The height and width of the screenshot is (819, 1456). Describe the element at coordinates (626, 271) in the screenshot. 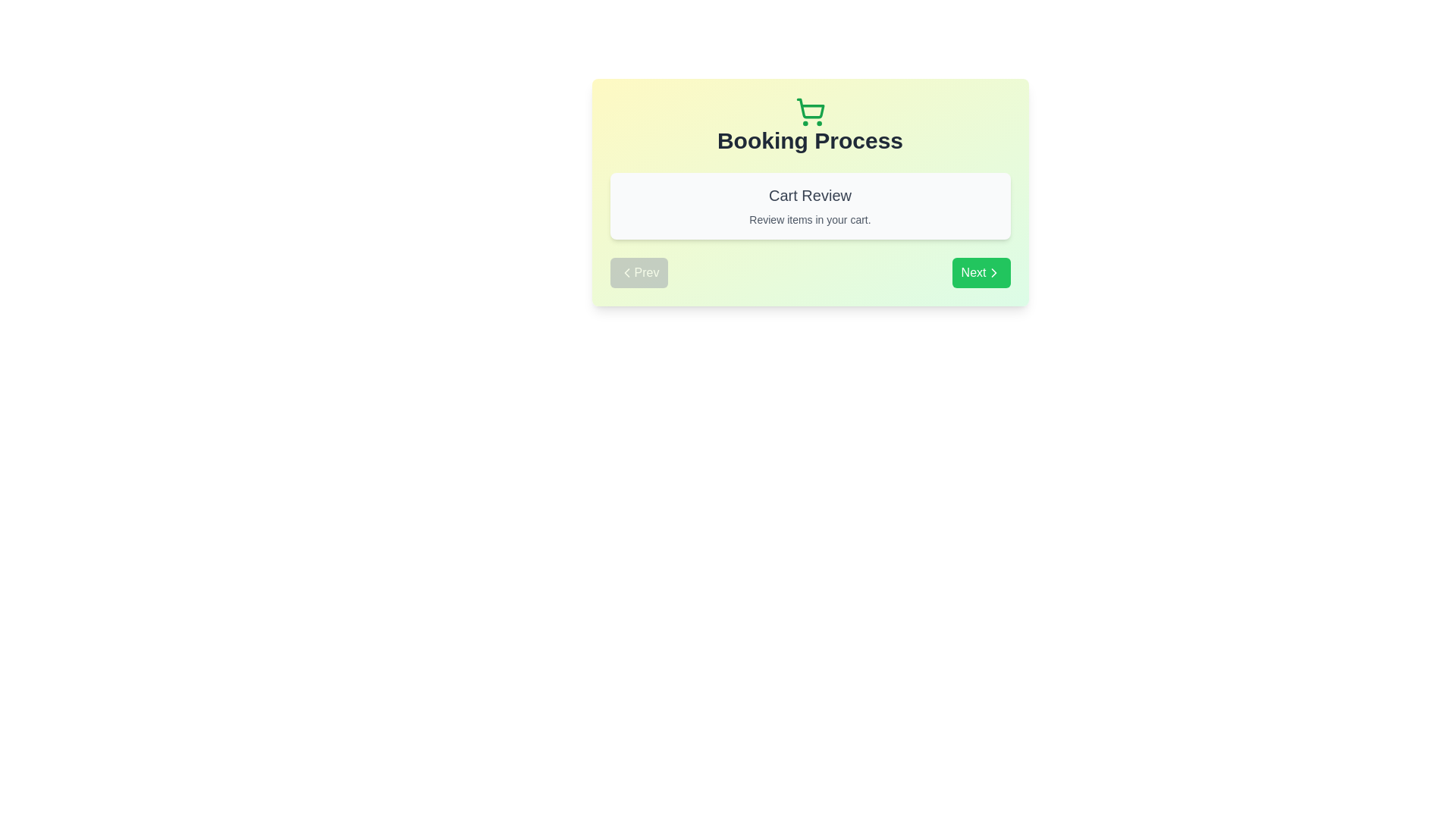

I see `the icon located near the left side of the 'Prev' button in the navigation bar at the bottom-left of the main content area` at that location.